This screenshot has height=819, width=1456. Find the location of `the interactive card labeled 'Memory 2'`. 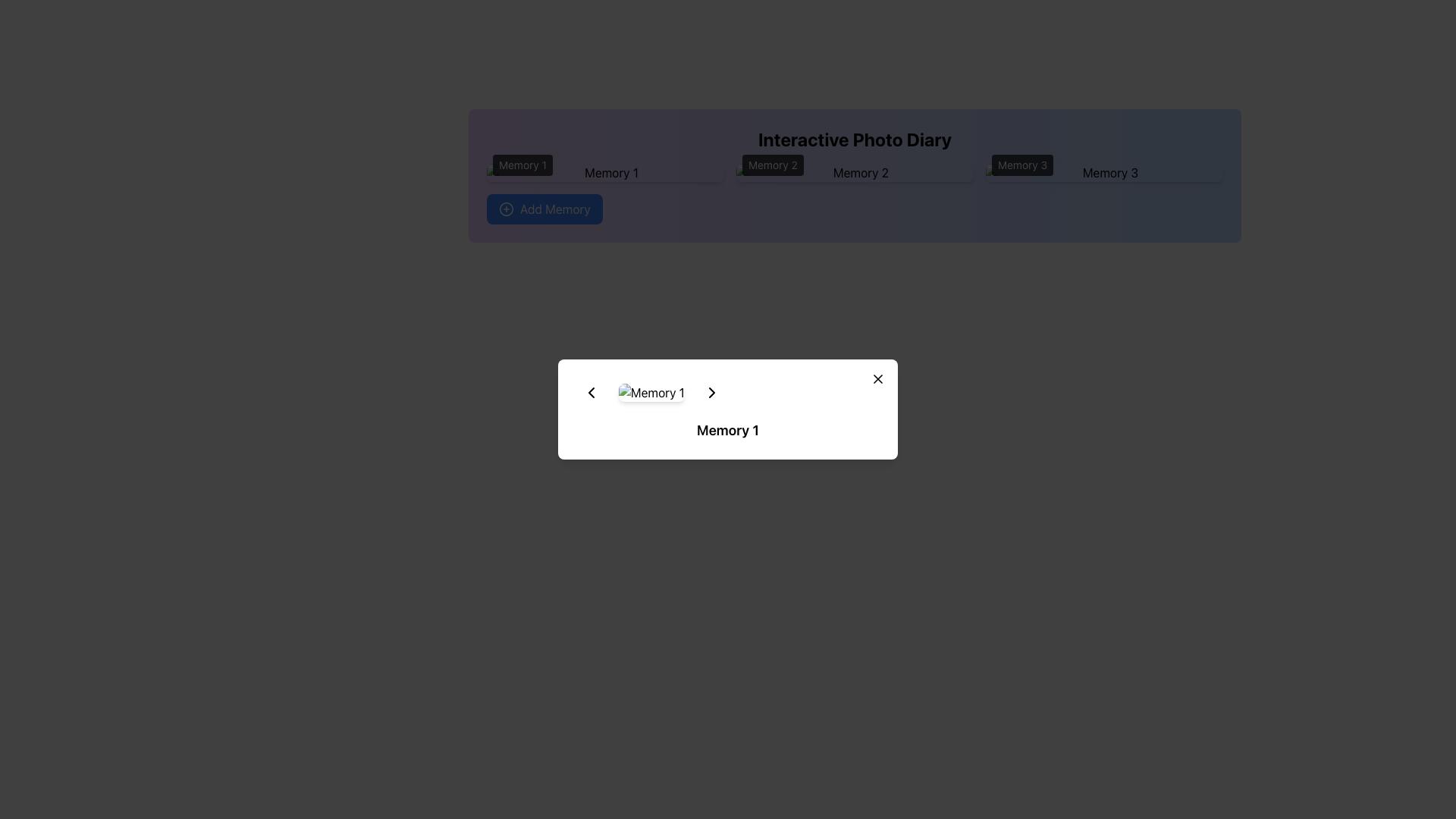

the interactive card labeled 'Memory 2' is located at coordinates (855, 171).